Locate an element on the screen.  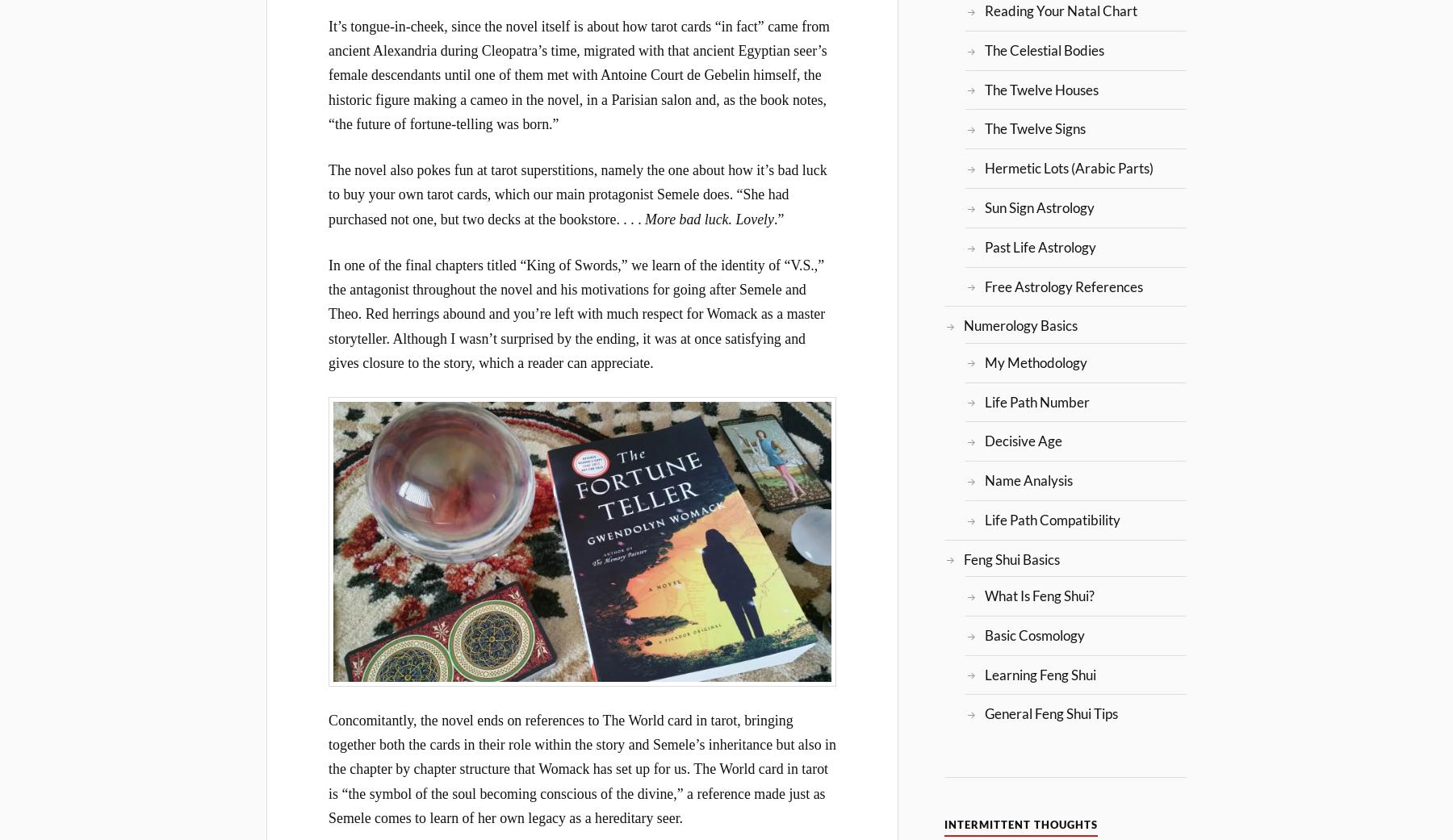
'The Twelve Houses' is located at coordinates (982, 89).